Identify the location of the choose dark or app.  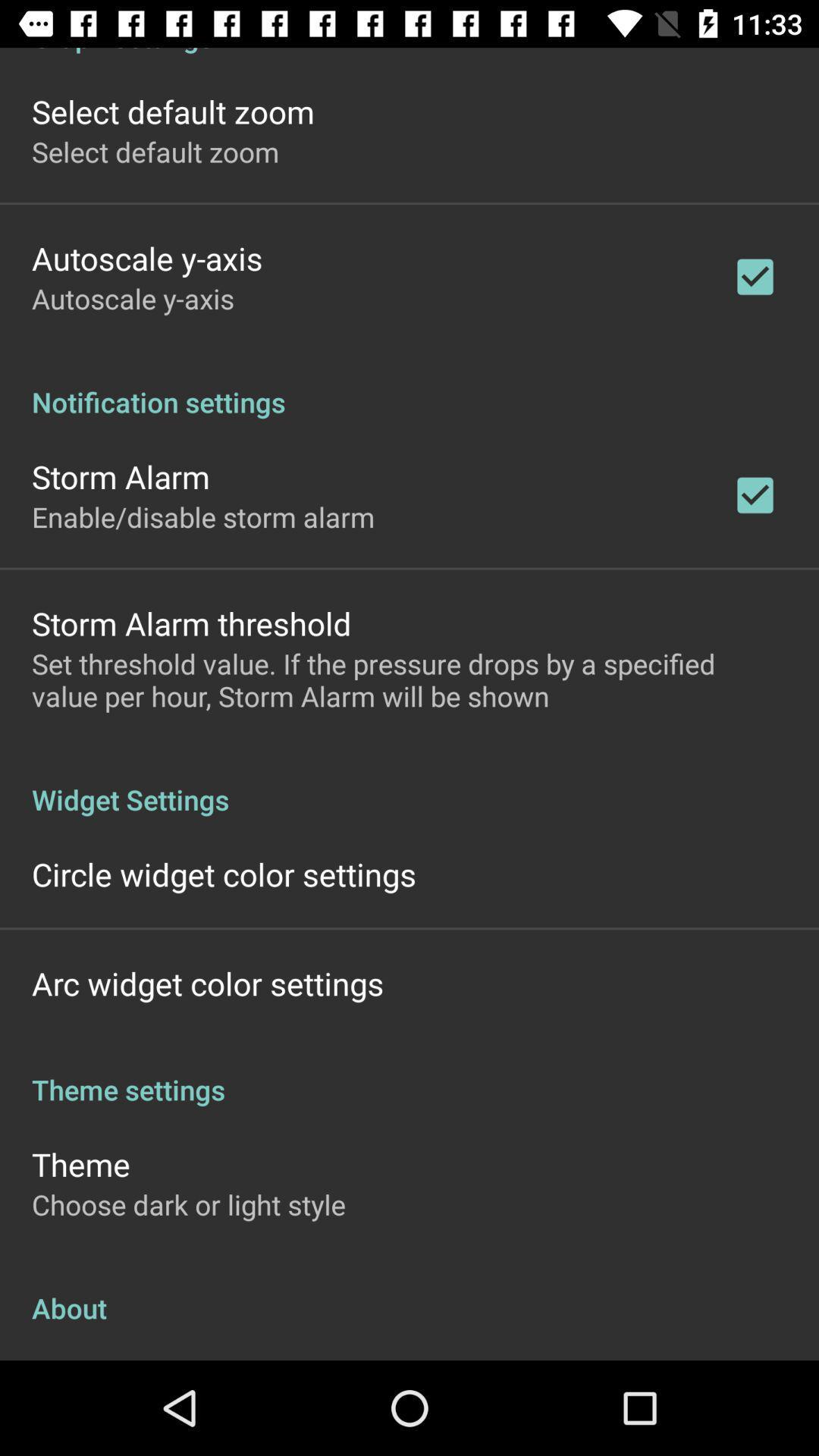
(188, 1203).